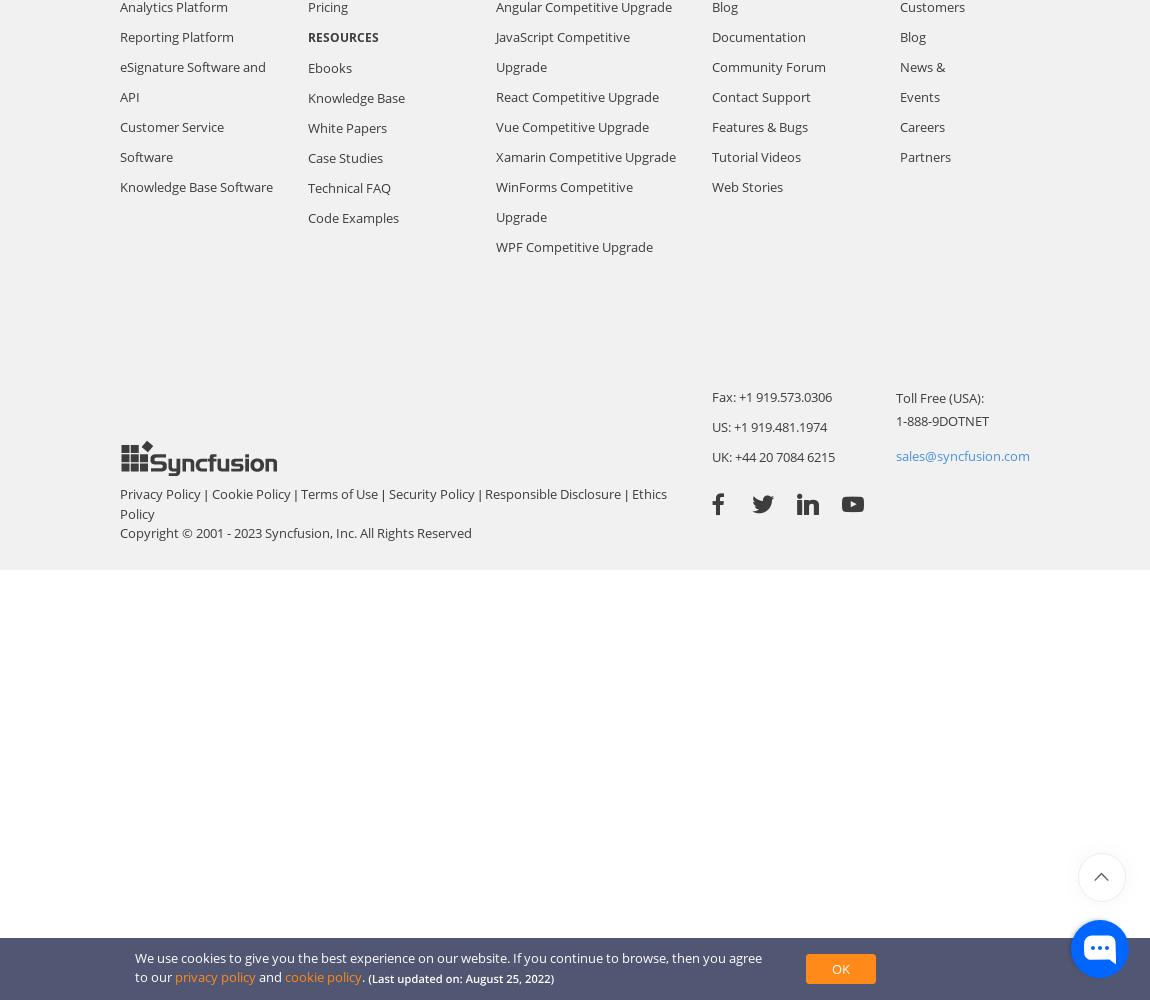  What do you see at coordinates (710, 426) in the screenshot?
I see `'US: +1 919.481.1974'` at bounding box center [710, 426].